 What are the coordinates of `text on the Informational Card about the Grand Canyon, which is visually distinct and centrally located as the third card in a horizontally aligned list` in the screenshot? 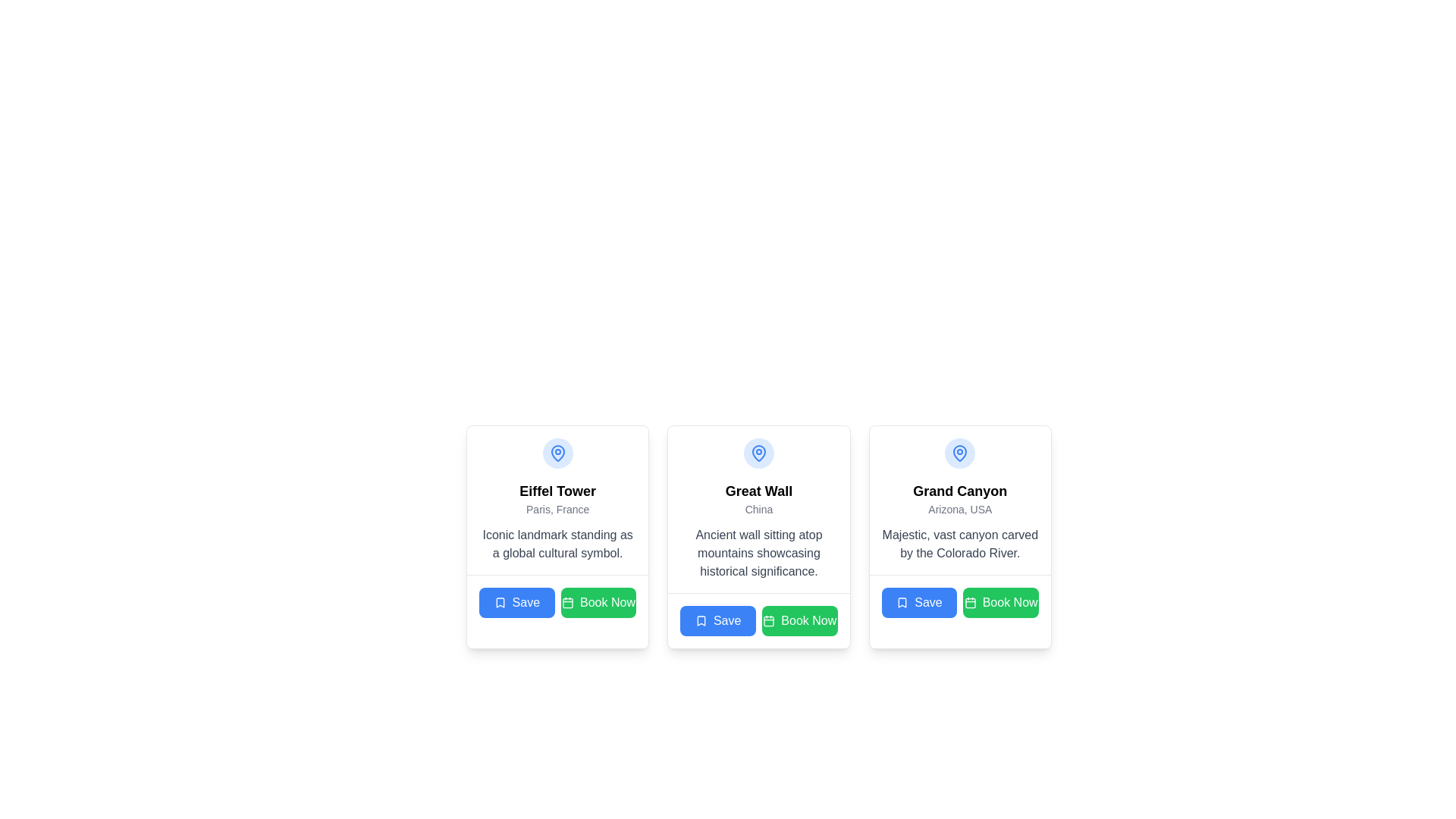 It's located at (959, 500).